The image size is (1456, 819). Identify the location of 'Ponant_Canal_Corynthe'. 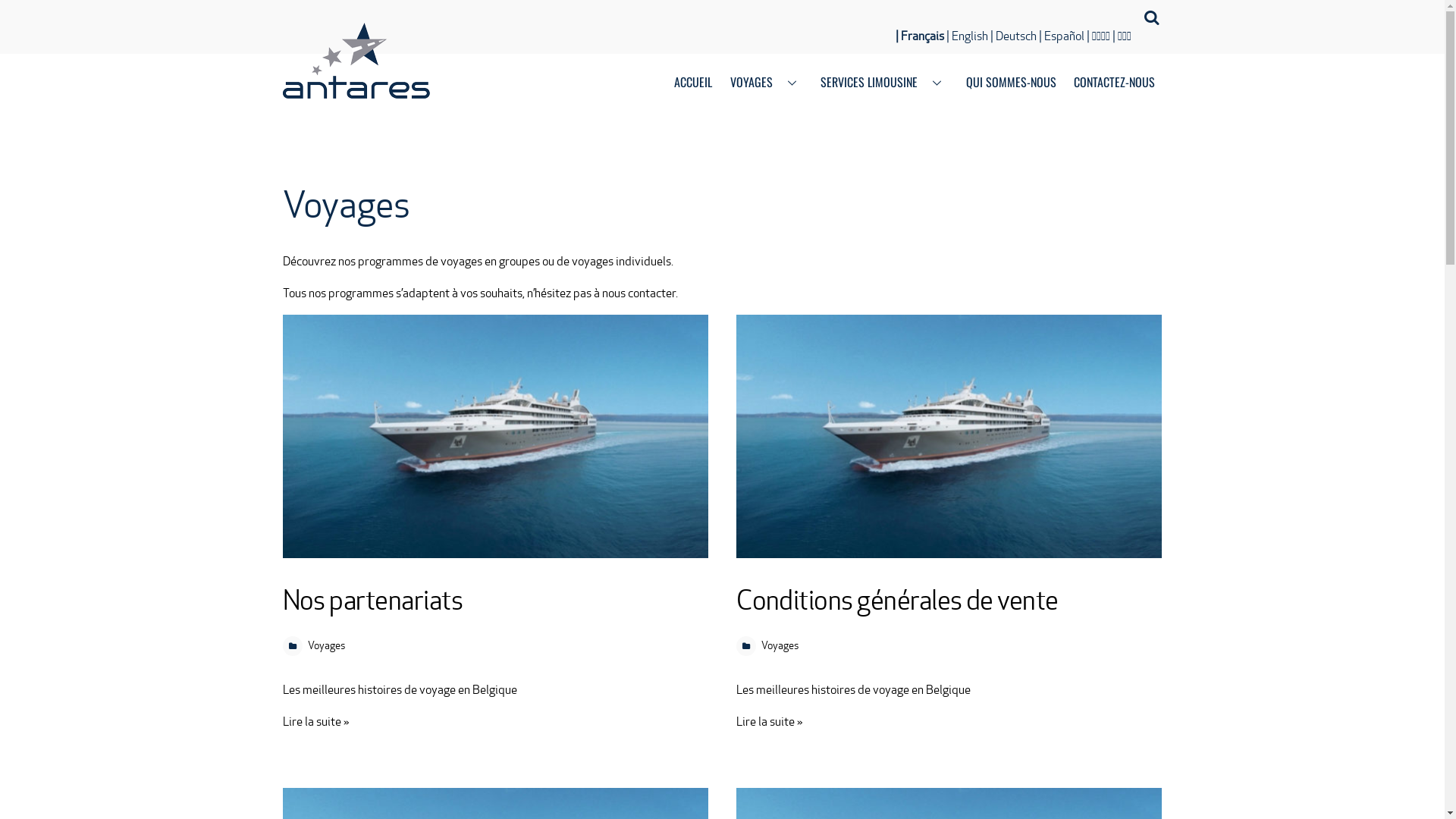
(948, 436).